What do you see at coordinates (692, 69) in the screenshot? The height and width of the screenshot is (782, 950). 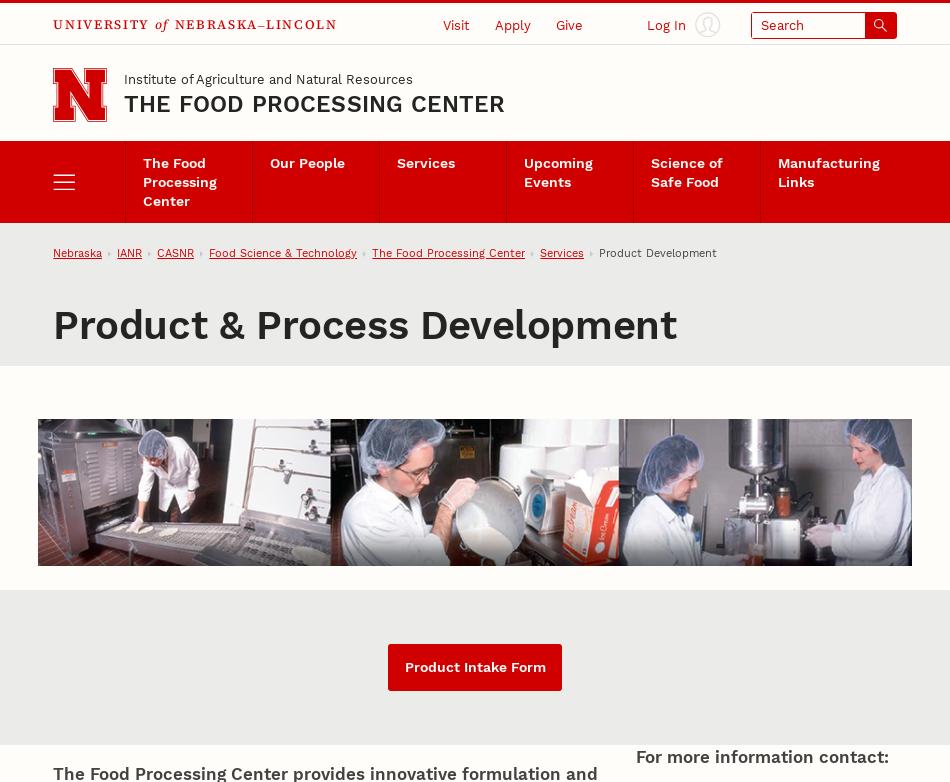 I see `'Special Processes for Food Service'` at bounding box center [692, 69].